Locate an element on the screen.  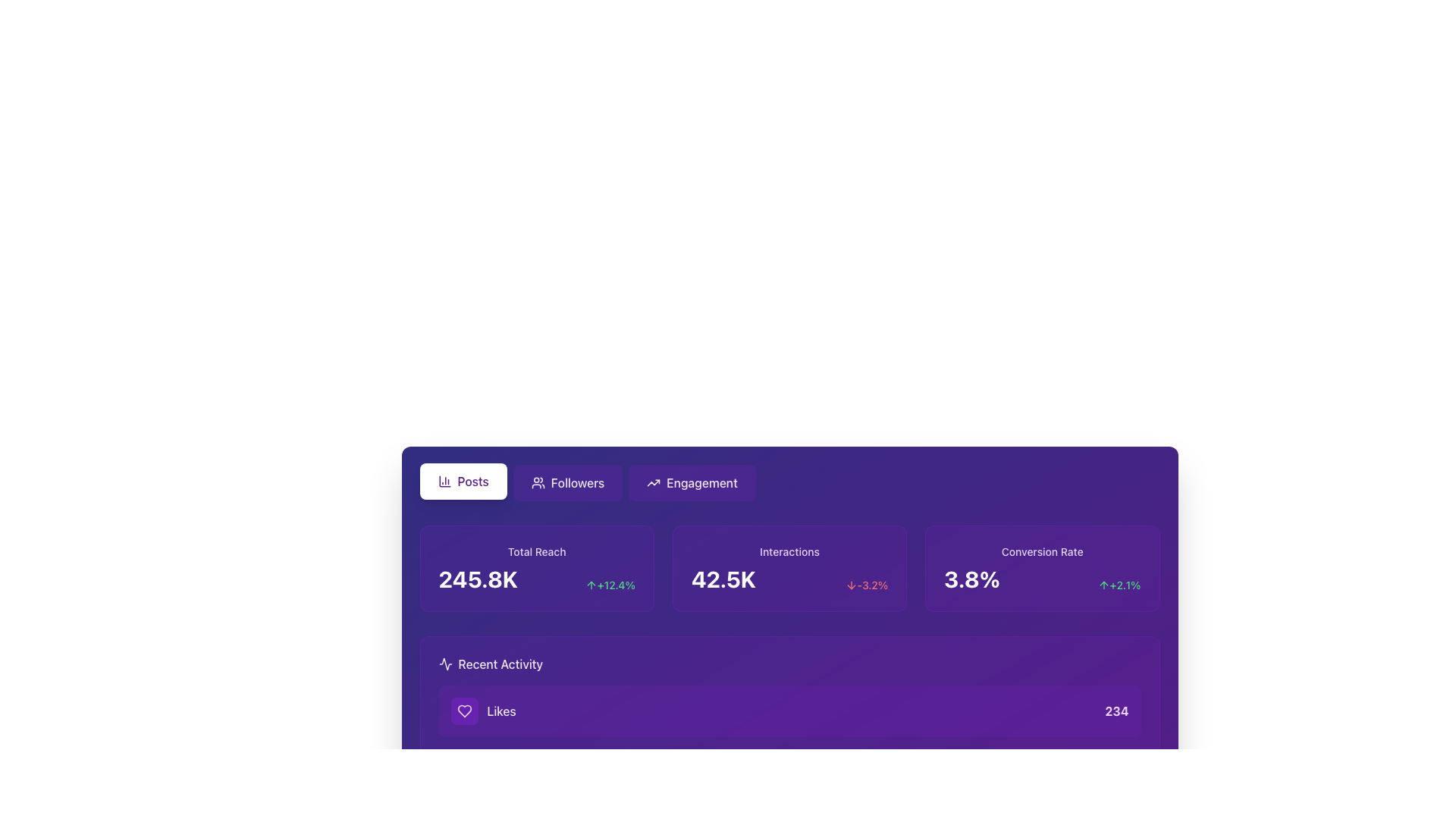
the 'Followers' button located in the top section of the purple background interface for keyboard navigation is located at coordinates (566, 482).